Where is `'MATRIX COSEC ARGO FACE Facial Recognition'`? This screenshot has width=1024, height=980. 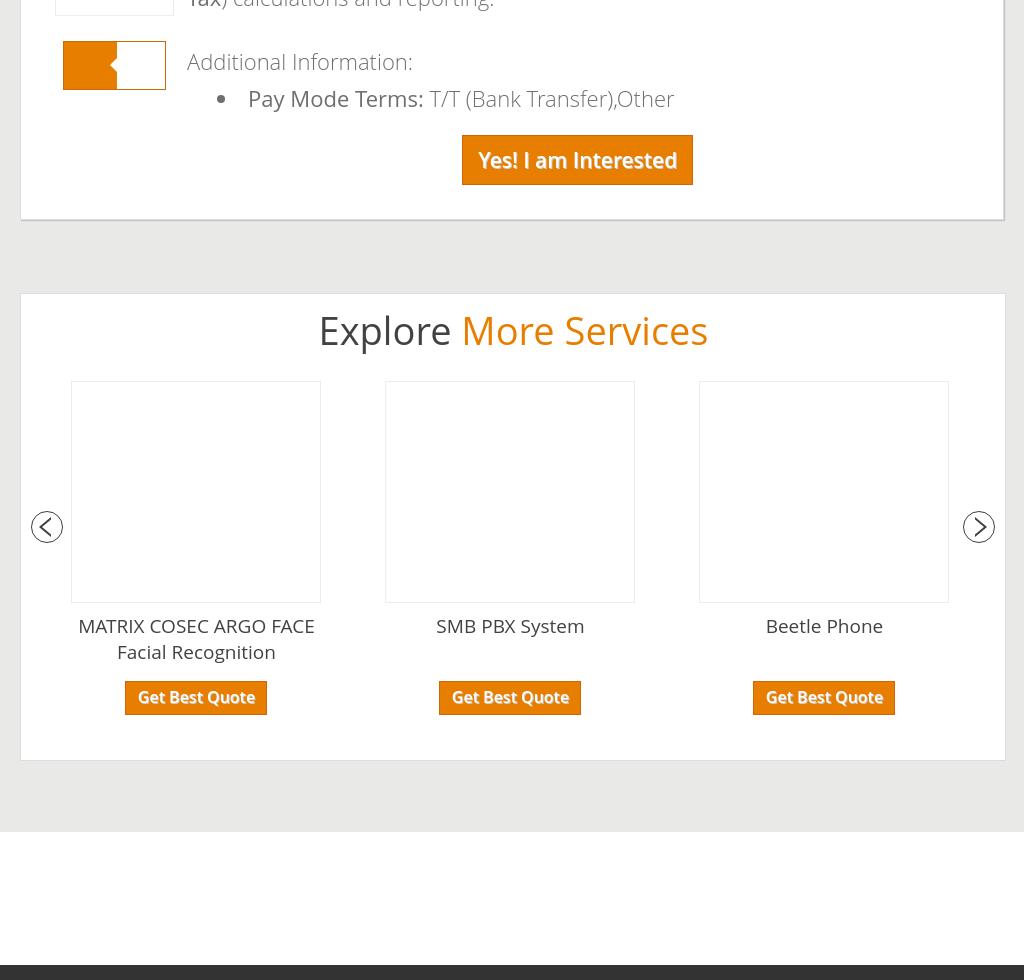
'MATRIX COSEC ARGO FACE Facial Recognition' is located at coordinates (195, 638).